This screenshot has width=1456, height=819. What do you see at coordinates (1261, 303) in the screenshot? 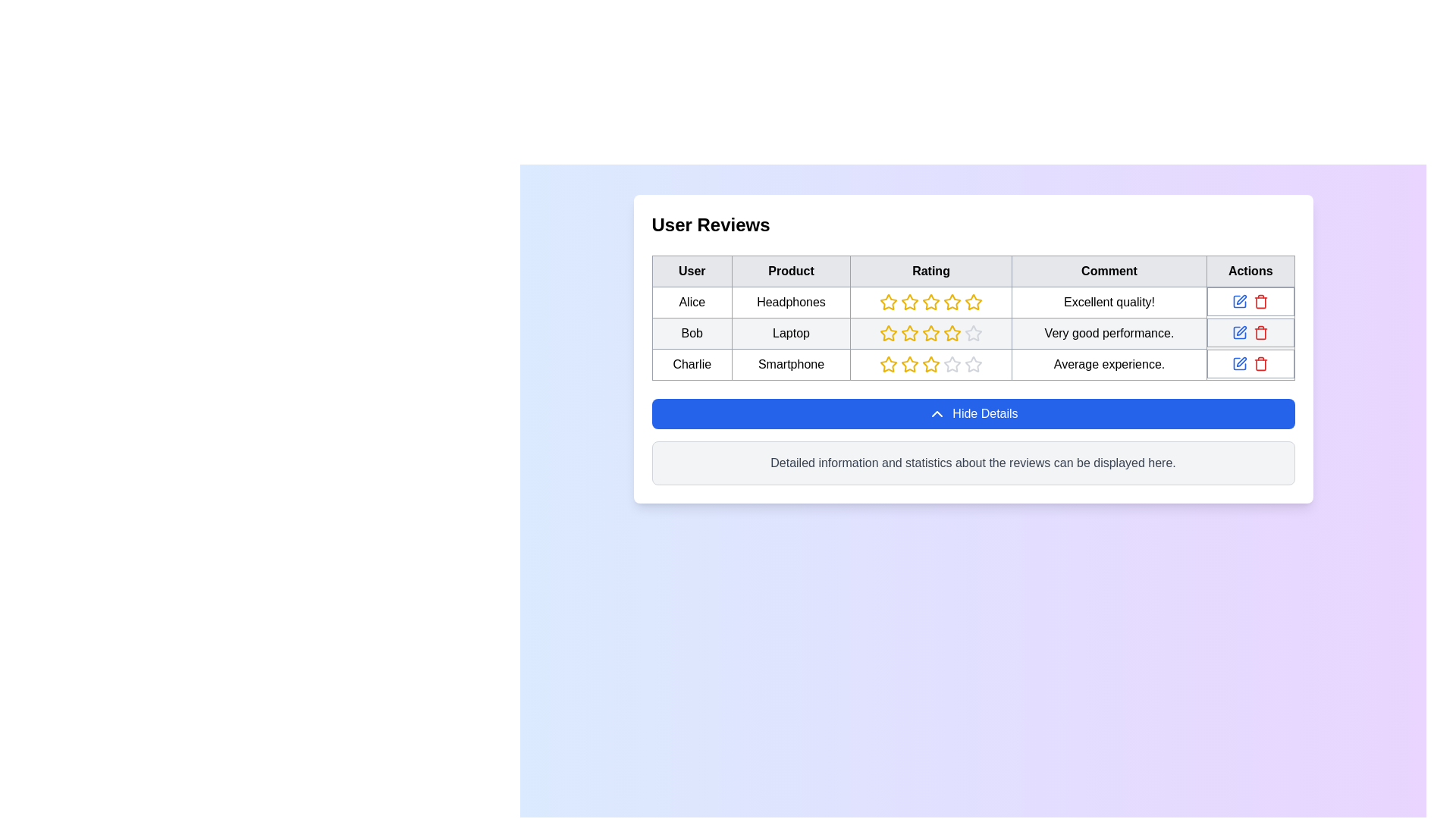
I see `properties of the central vertical rectangle in the trash icon, which represents a delete action in the user review table` at bounding box center [1261, 303].